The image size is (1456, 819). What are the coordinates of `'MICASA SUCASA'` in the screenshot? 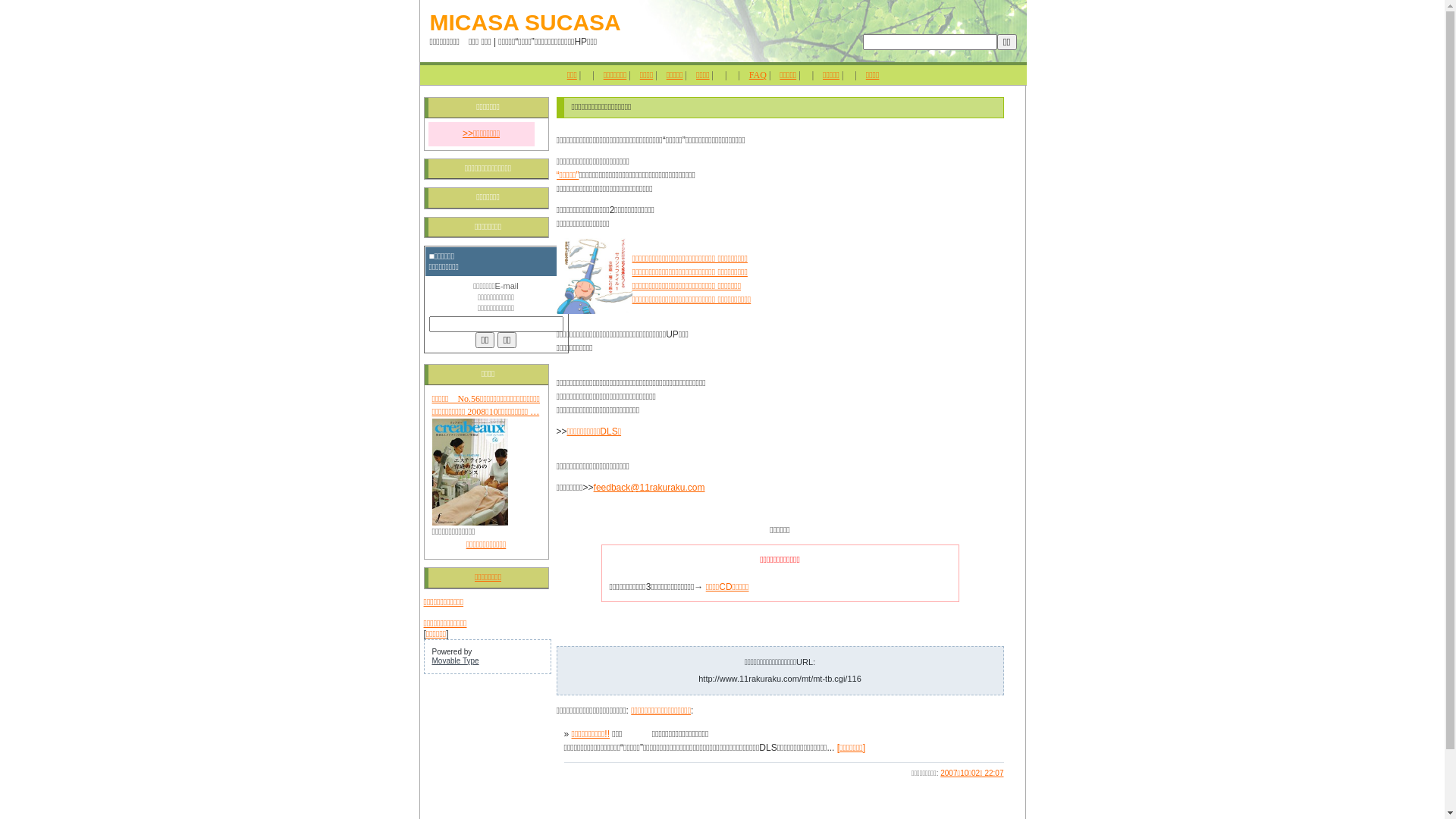 It's located at (524, 22).